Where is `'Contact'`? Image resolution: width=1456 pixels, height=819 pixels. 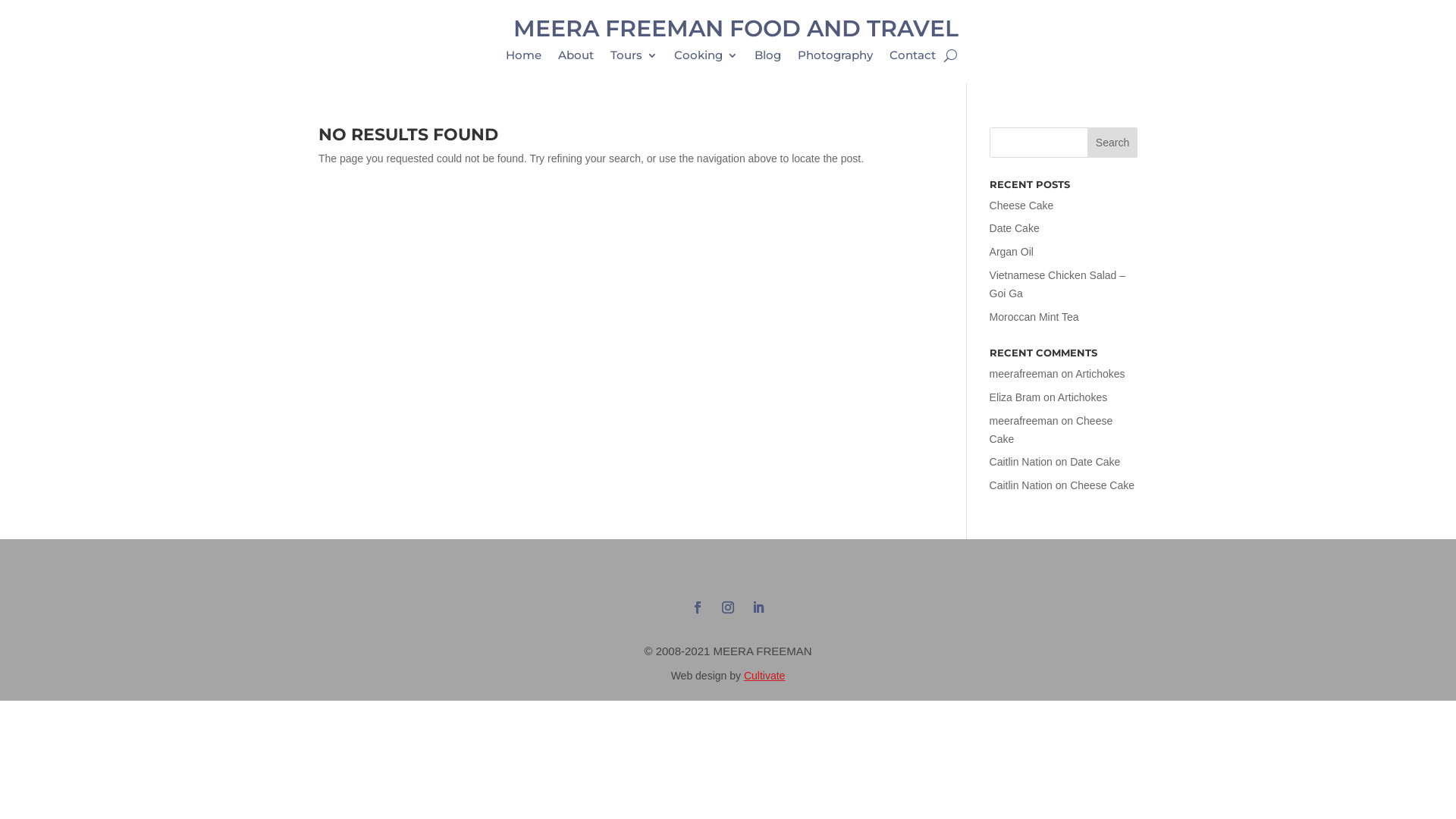
'Contact' is located at coordinates (912, 58).